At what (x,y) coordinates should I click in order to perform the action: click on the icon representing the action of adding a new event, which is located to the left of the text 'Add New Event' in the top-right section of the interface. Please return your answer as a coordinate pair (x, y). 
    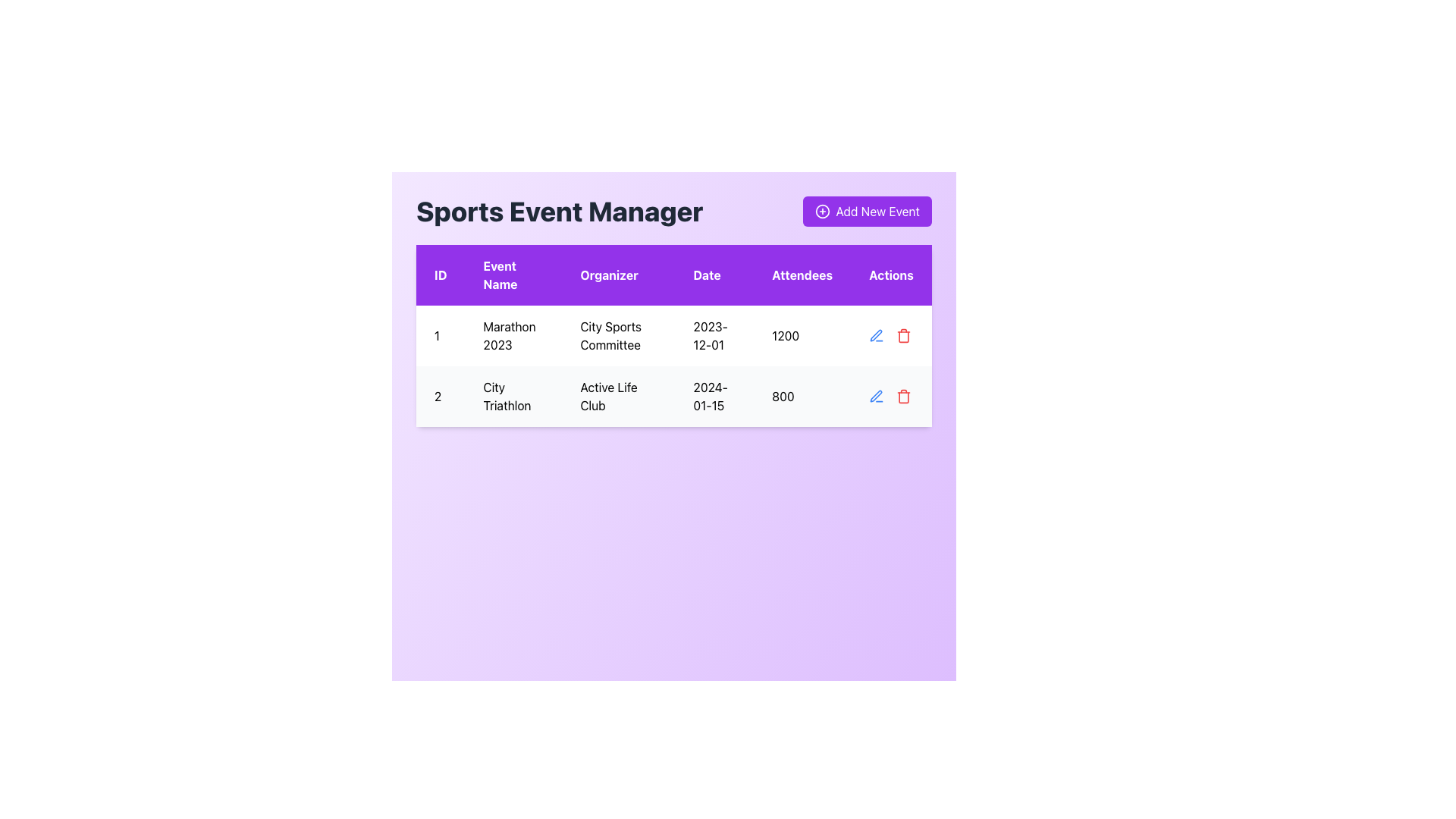
    Looking at the image, I should click on (821, 211).